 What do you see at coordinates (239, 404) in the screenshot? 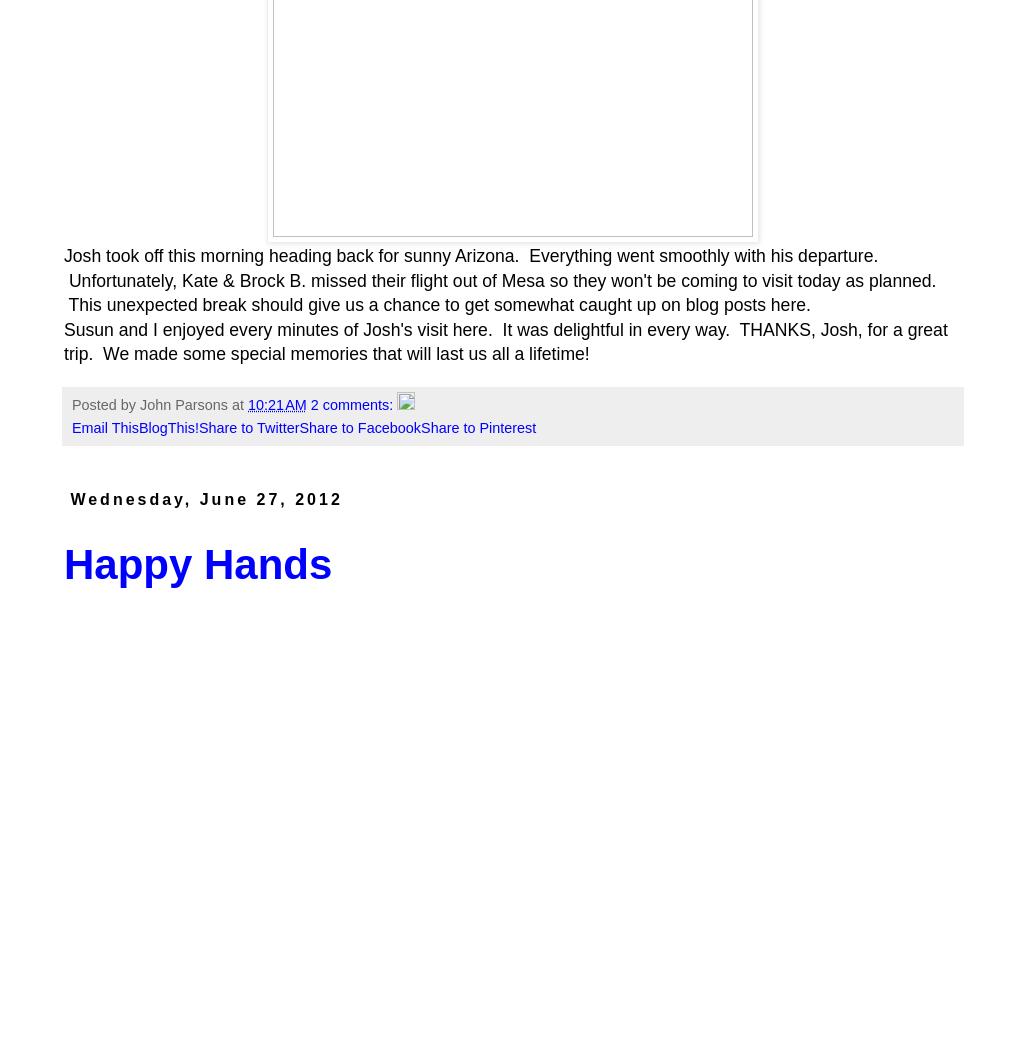
I see `'at'` at bounding box center [239, 404].